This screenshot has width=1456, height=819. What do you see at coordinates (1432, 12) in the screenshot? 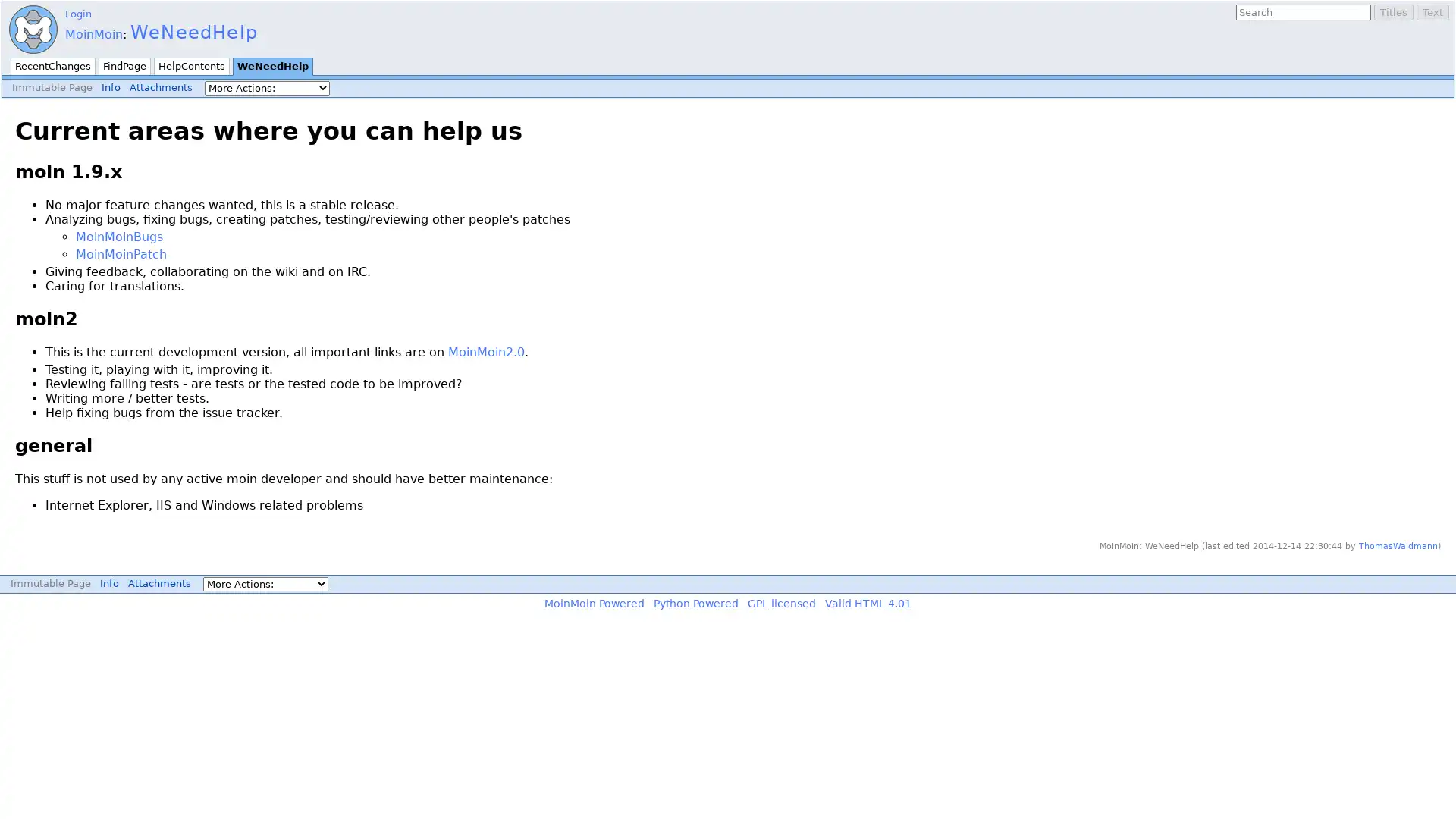
I see `Text` at bounding box center [1432, 12].